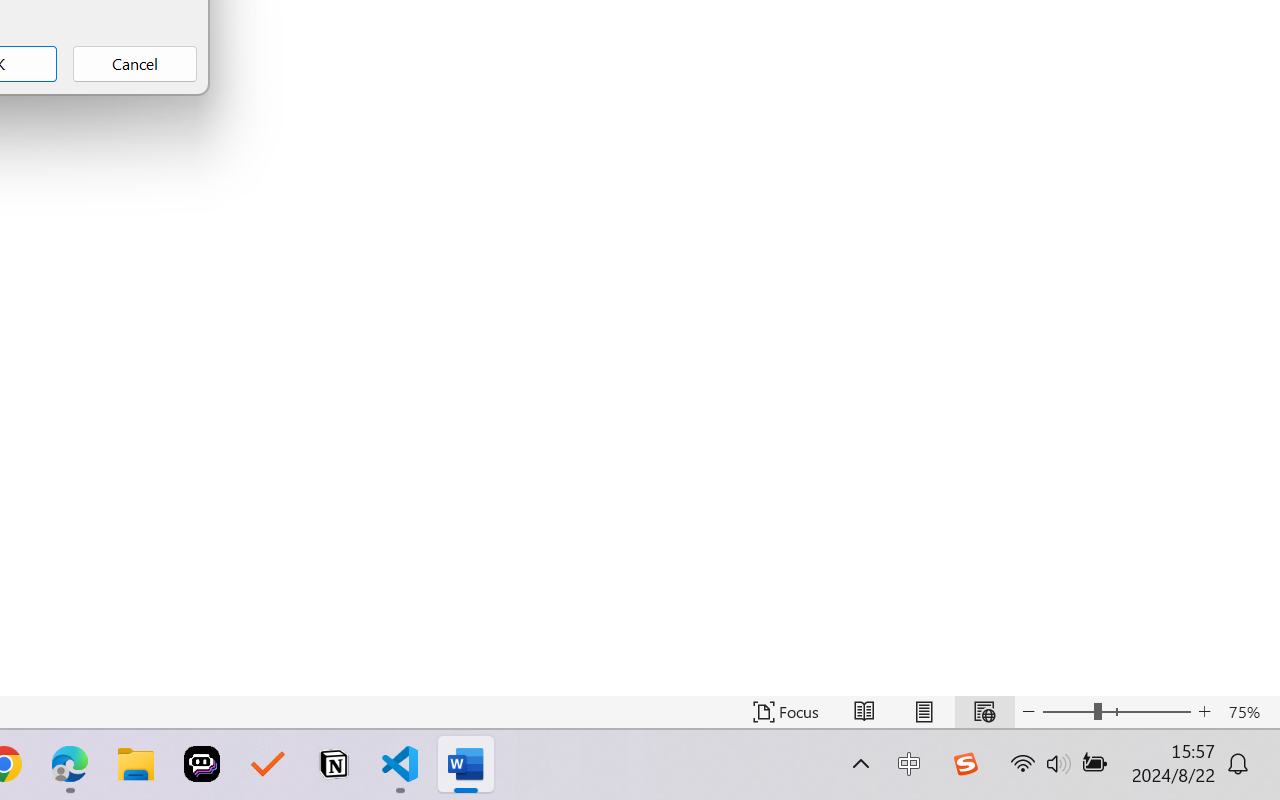 This screenshot has width=1280, height=800. What do you see at coordinates (785, 711) in the screenshot?
I see `'Focus '` at bounding box center [785, 711].